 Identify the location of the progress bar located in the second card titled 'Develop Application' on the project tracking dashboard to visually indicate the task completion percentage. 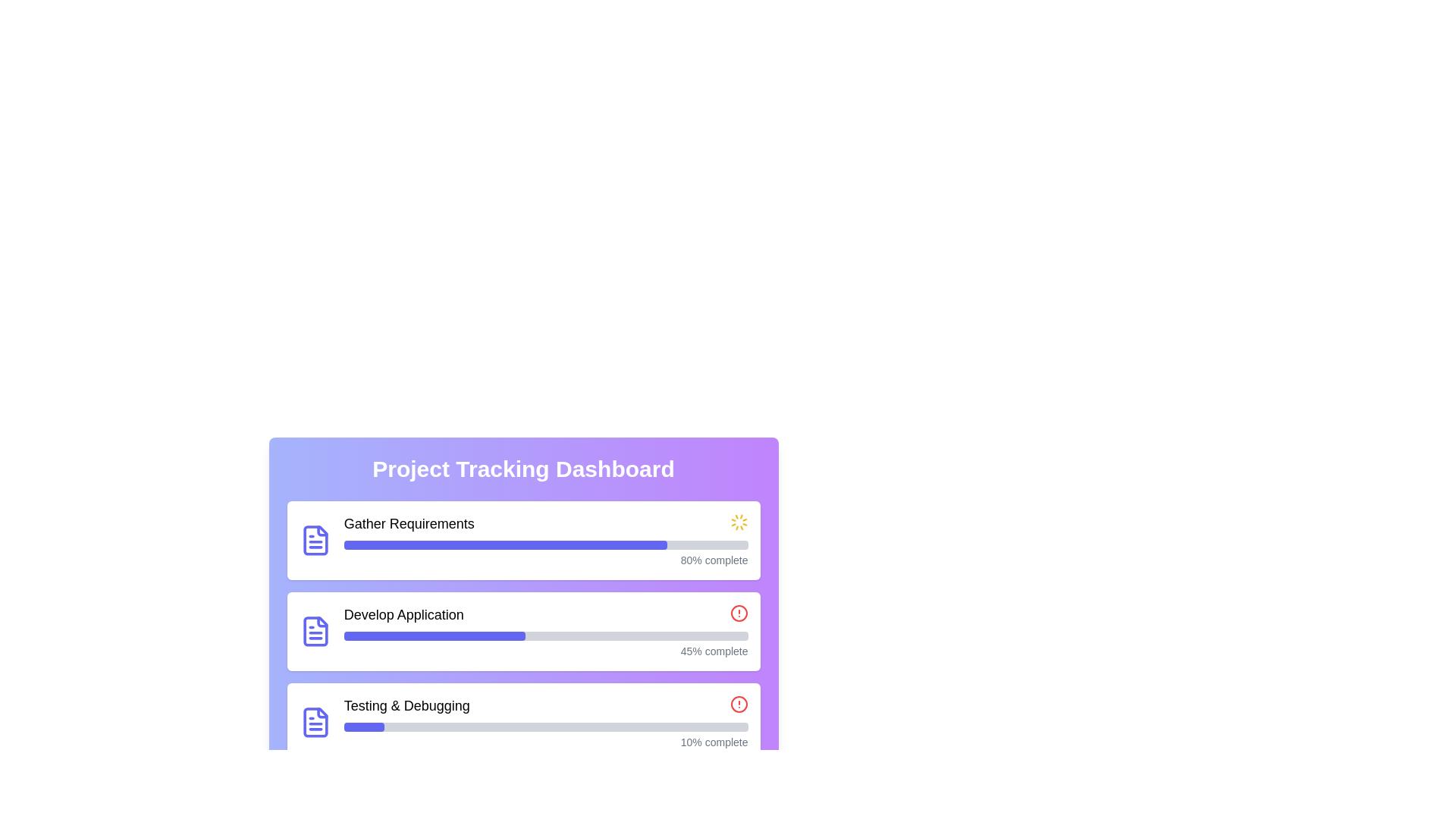
(546, 636).